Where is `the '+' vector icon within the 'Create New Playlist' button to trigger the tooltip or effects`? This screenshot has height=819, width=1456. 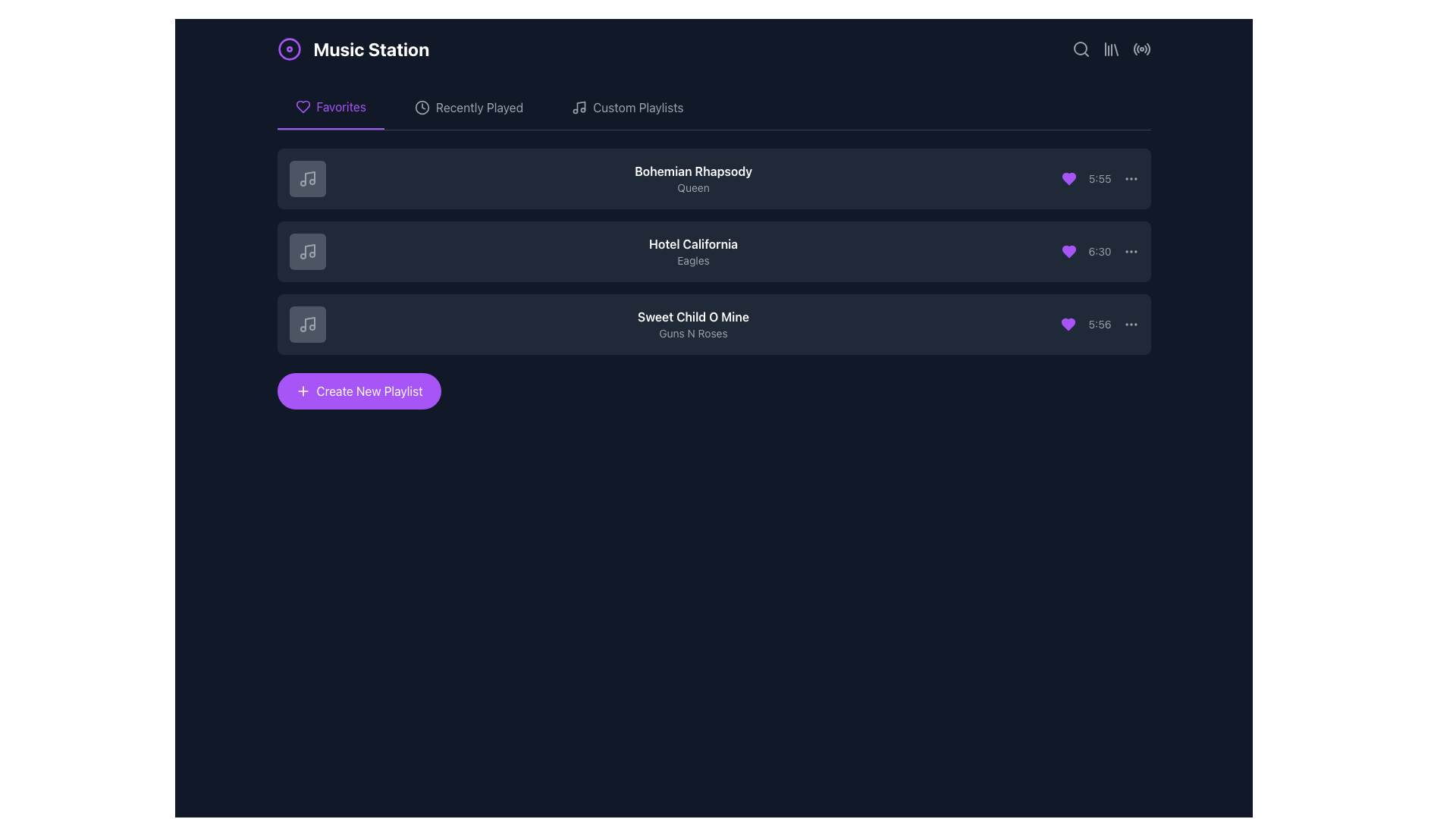
the '+' vector icon within the 'Create New Playlist' button to trigger the tooltip or effects is located at coordinates (303, 391).